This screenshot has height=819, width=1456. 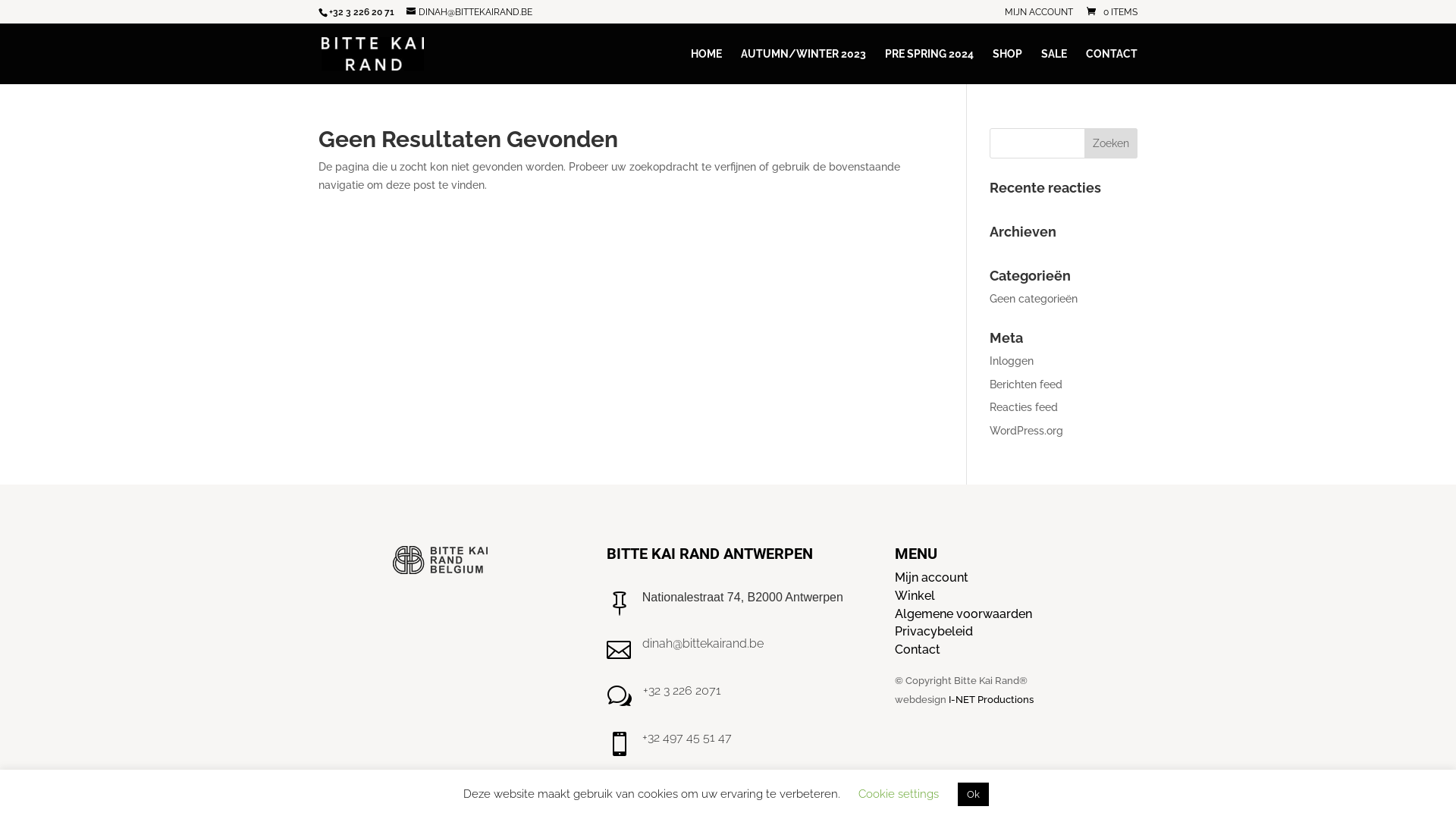 What do you see at coordinates (914, 595) in the screenshot?
I see `'Winkel'` at bounding box center [914, 595].